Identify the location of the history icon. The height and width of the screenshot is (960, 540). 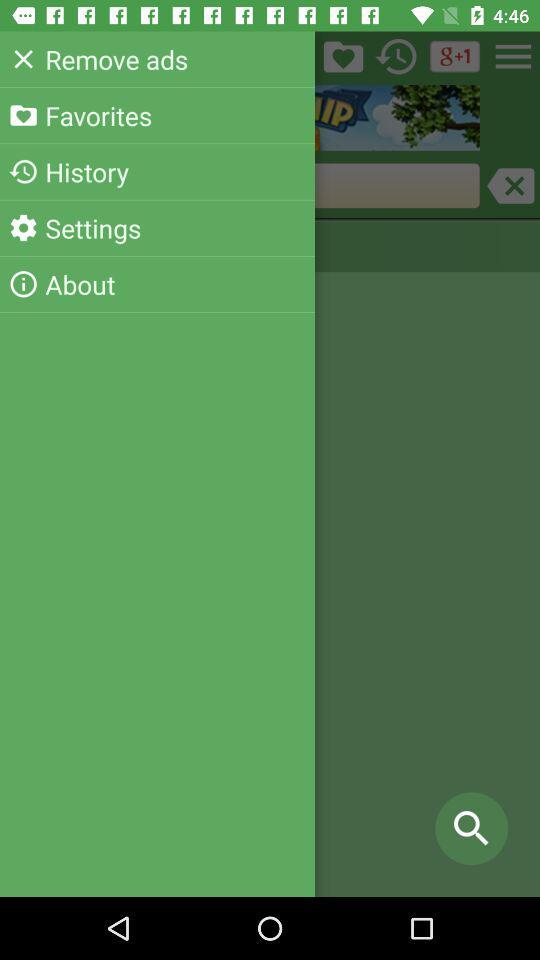
(396, 55).